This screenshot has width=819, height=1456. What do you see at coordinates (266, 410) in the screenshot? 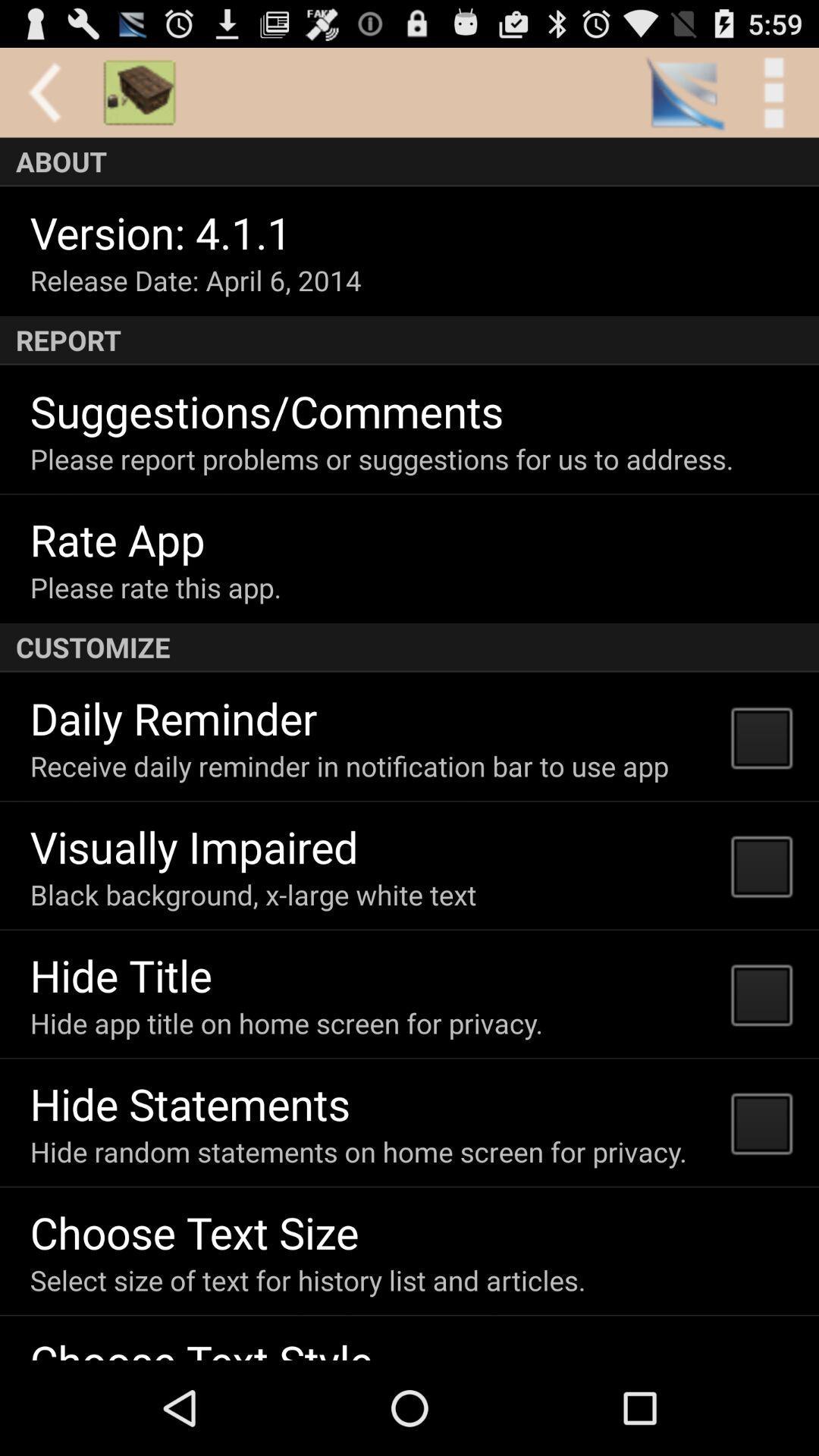
I see `item above the please report problems item` at bounding box center [266, 410].